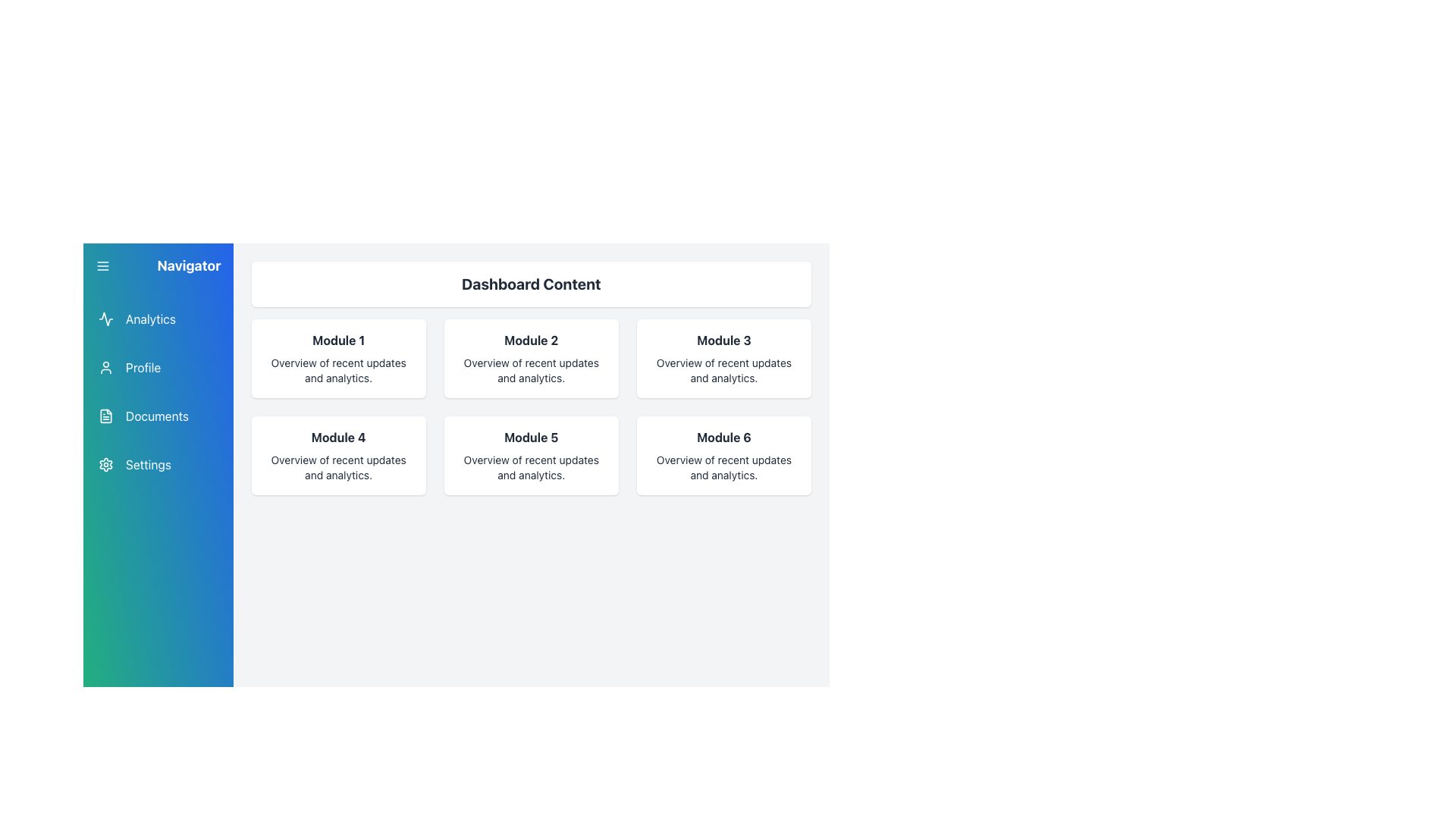 The width and height of the screenshot is (1456, 819). What do you see at coordinates (531, 455) in the screenshot?
I see `the controls associated with the Informational Card for 'Module 5', which is the fifth card in a grid layout positioned in the second row, middle column` at bounding box center [531, 455].